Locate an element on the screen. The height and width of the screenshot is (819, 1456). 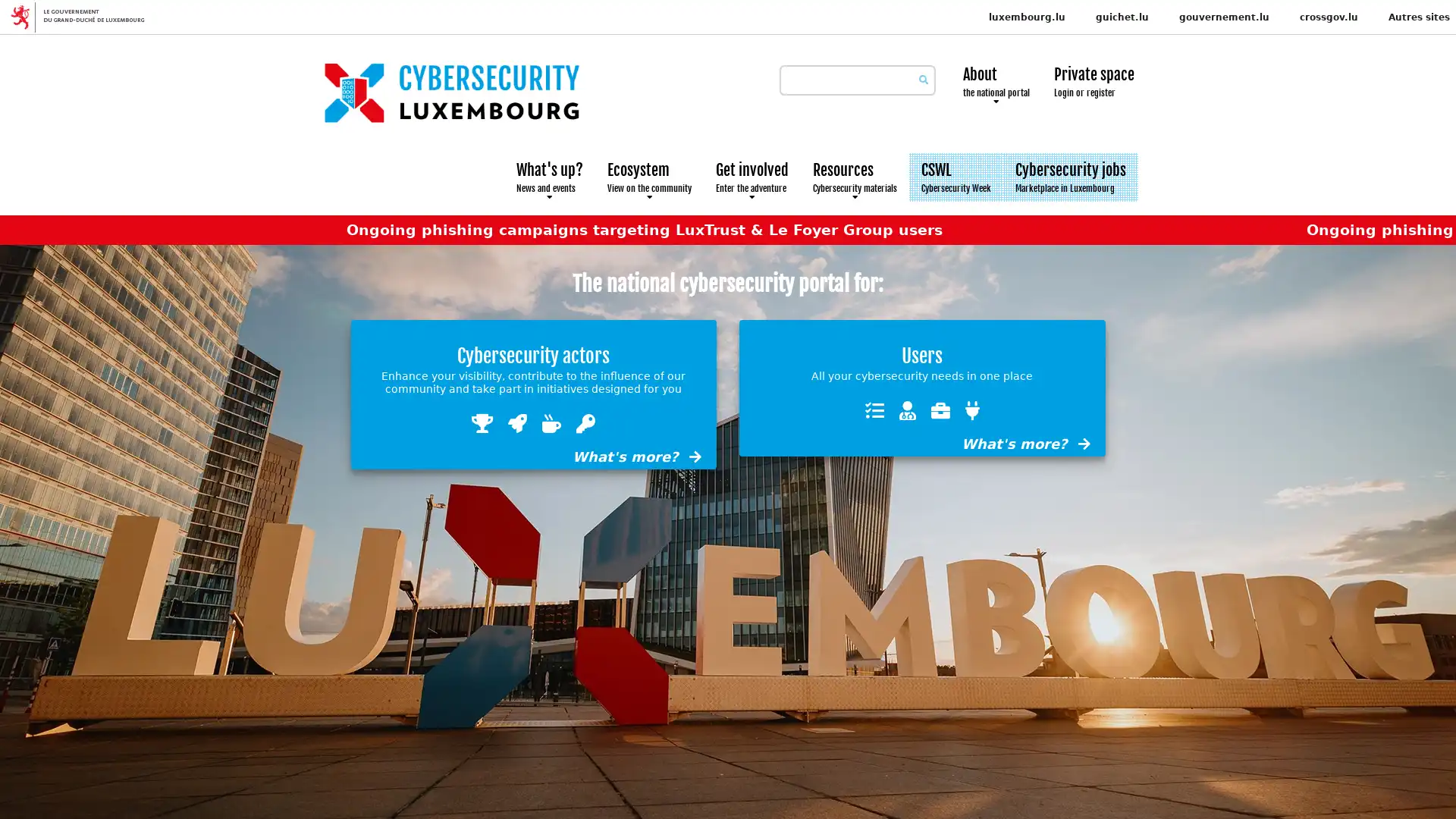
Cybersecurity jobs Marketplace in Luxembourg is located at coordinates (1069, 177).